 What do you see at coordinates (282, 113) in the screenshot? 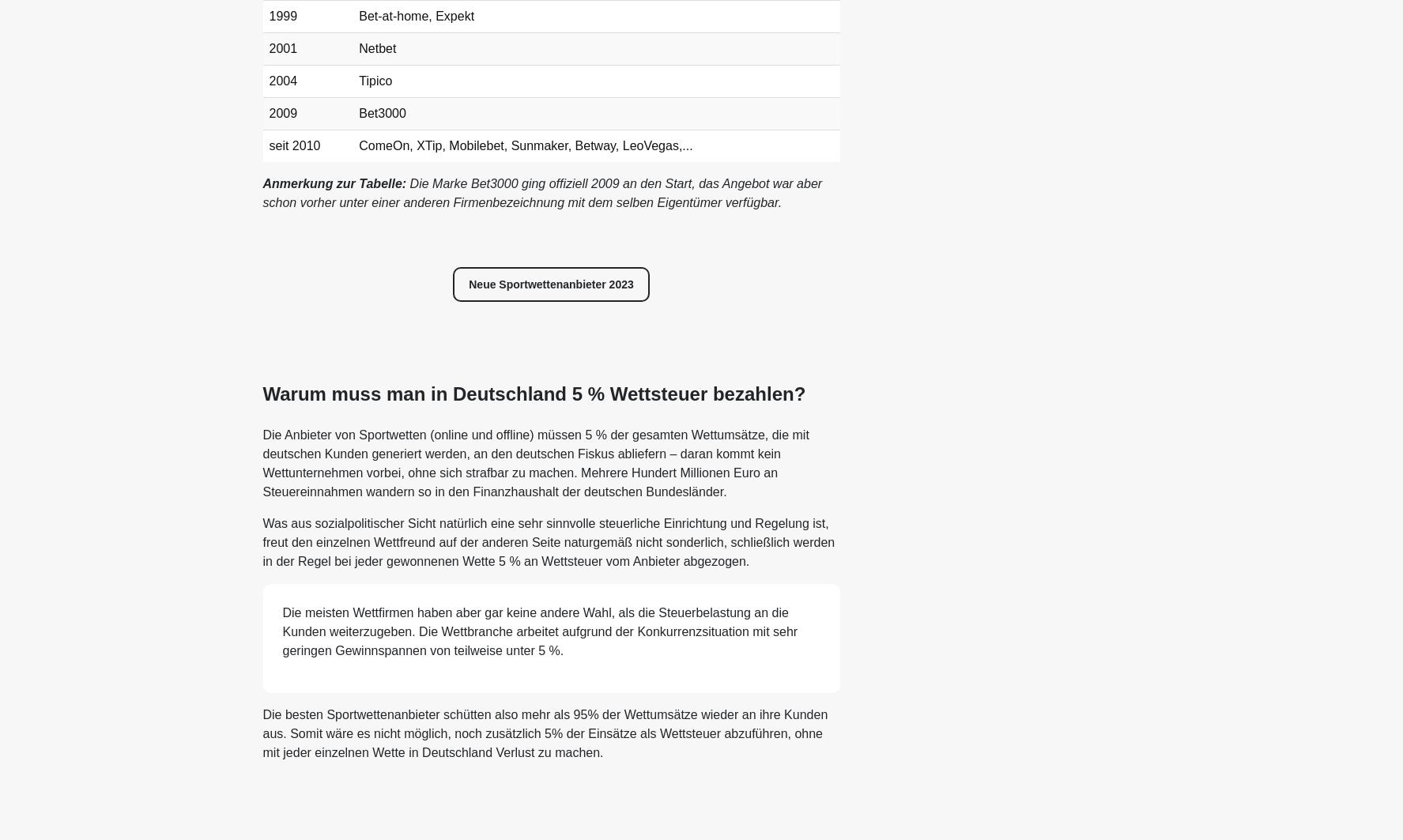
I see `'2009'` at bounding box center [282, 113].